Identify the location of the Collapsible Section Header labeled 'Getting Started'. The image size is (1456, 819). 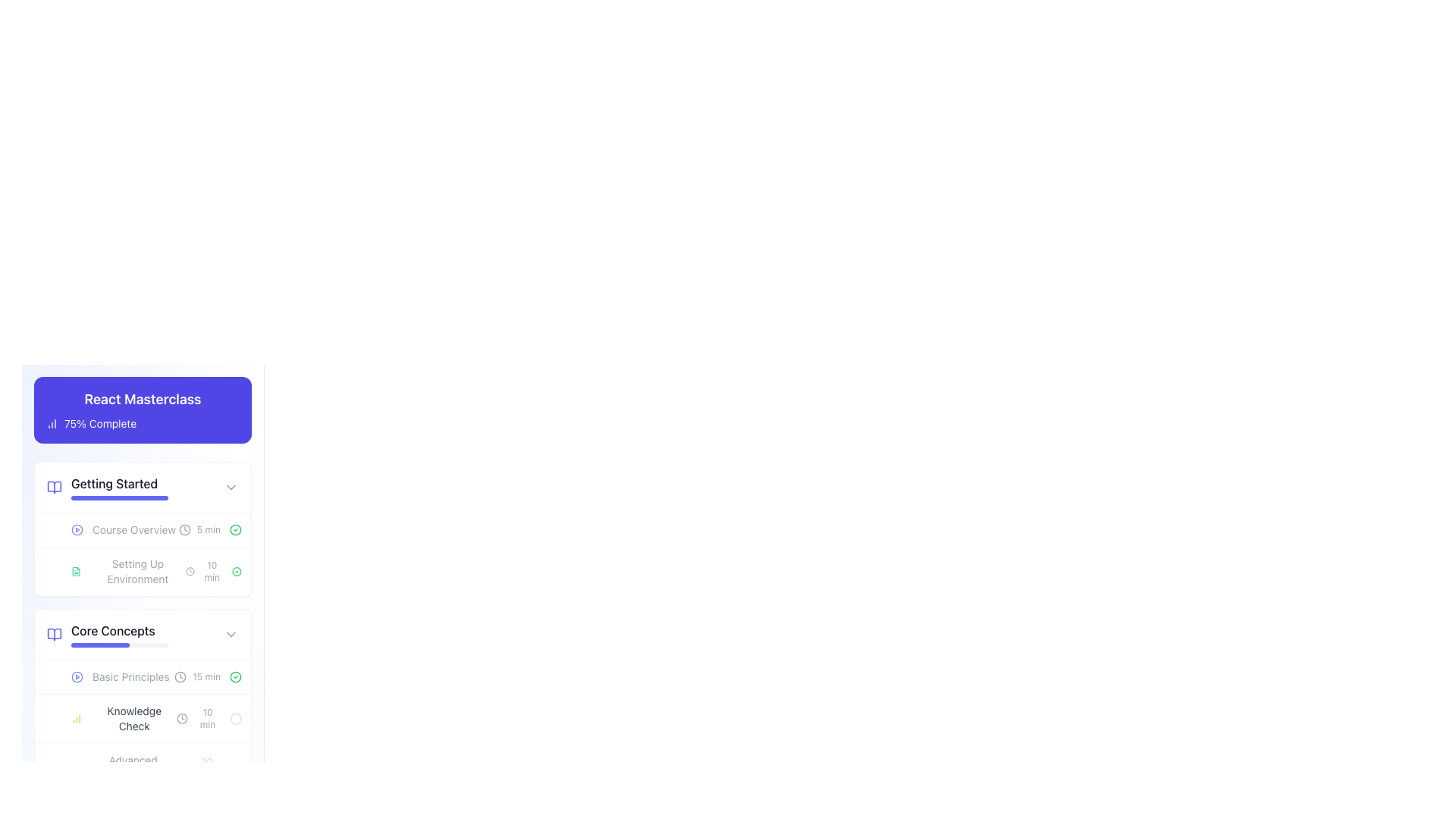
(143, 488).